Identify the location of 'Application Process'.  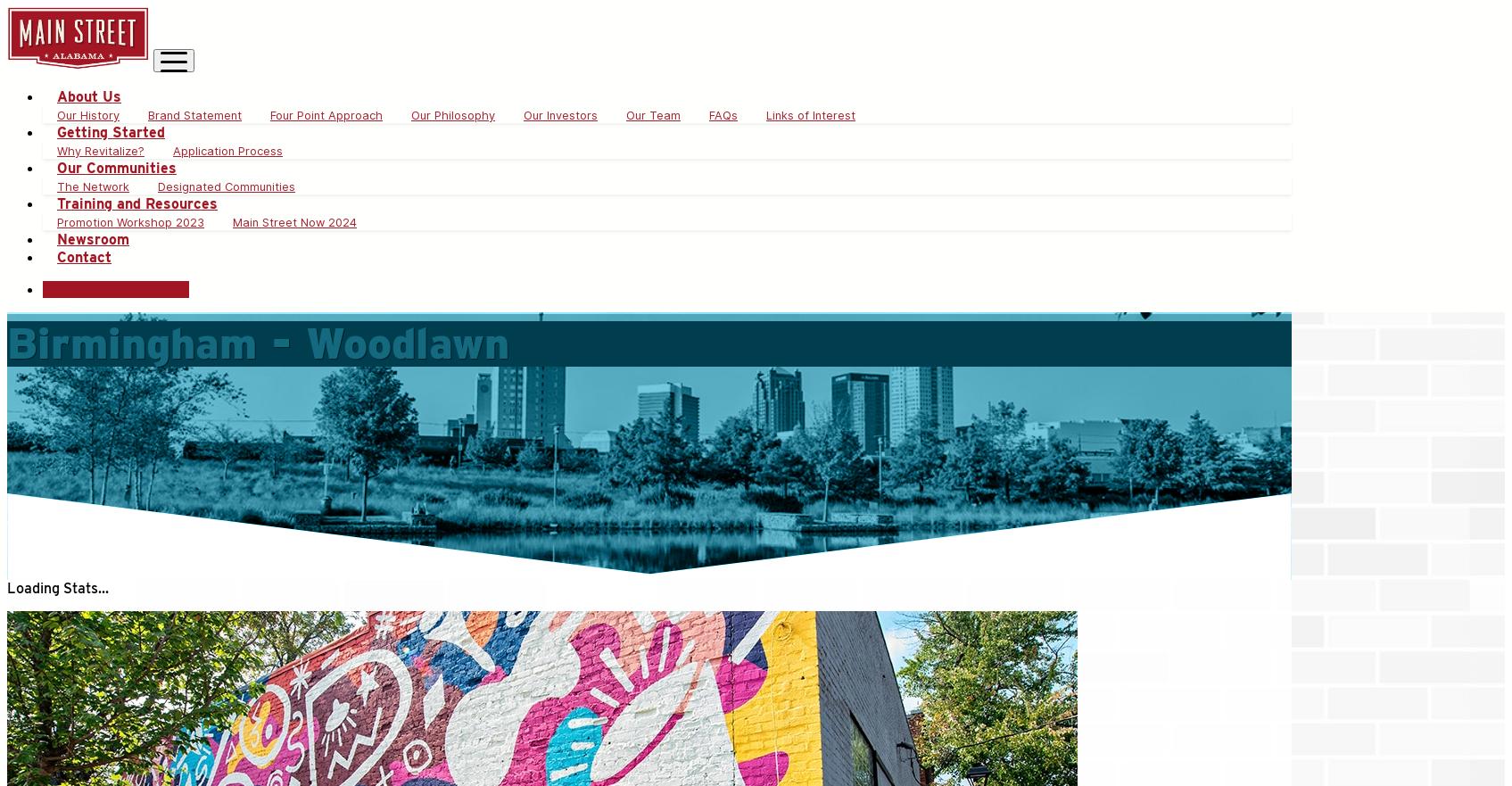
(227, 150).